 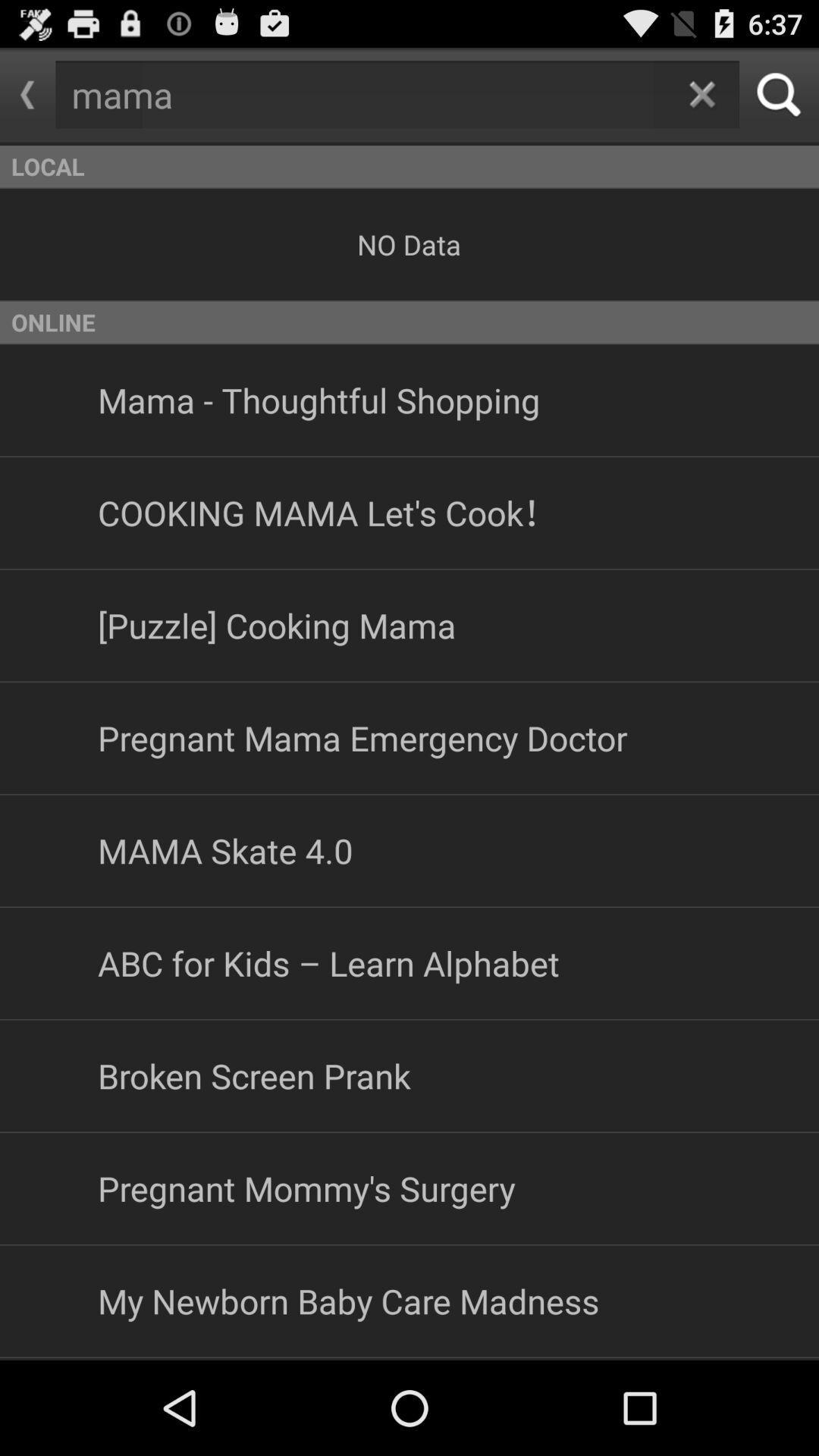 What do you see at coordinates (27, 94) in the screenshot?
I see `item to the left of mama` at bounding box center [27, 94].